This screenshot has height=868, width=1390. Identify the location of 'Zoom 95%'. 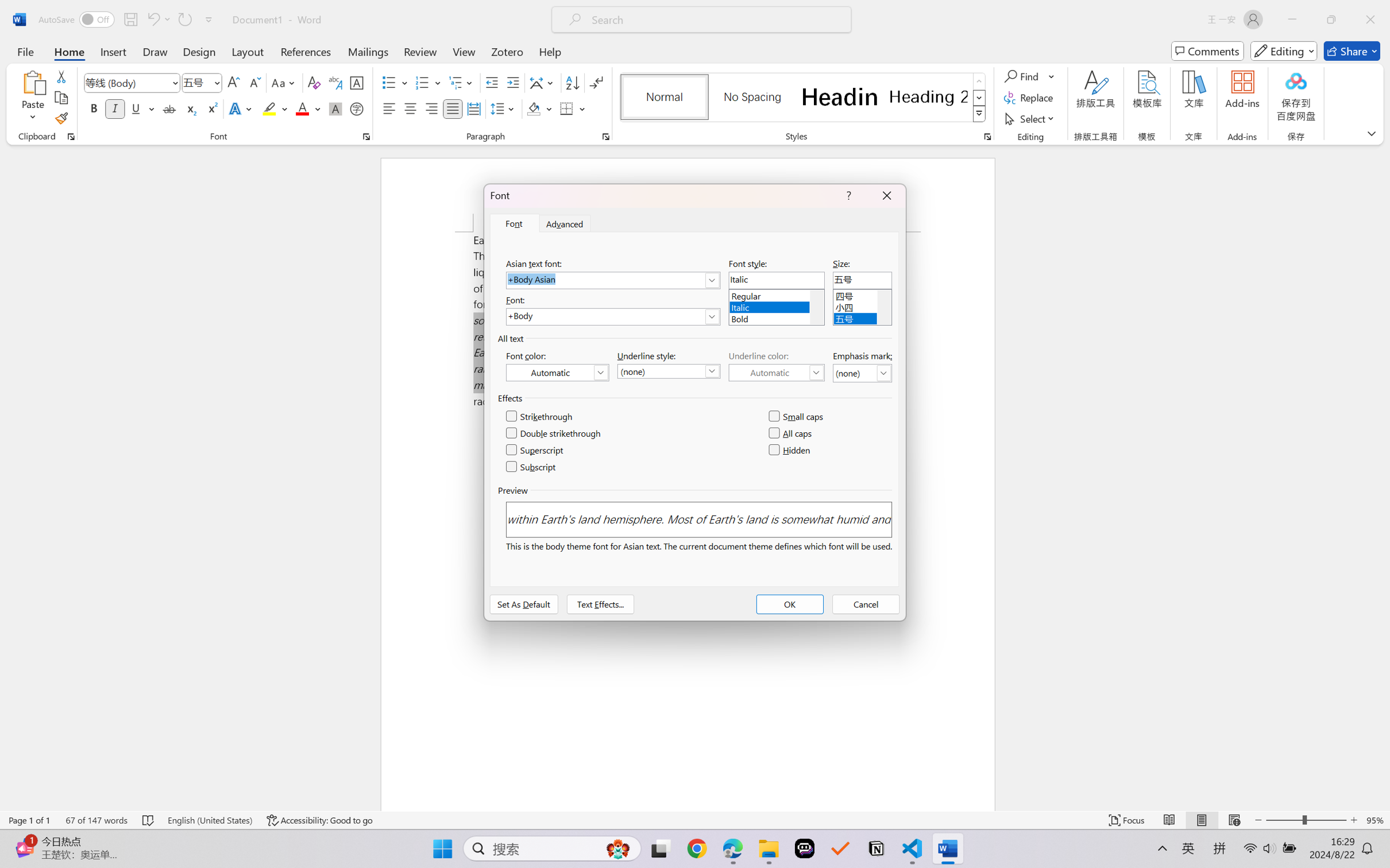
(1375, 820).